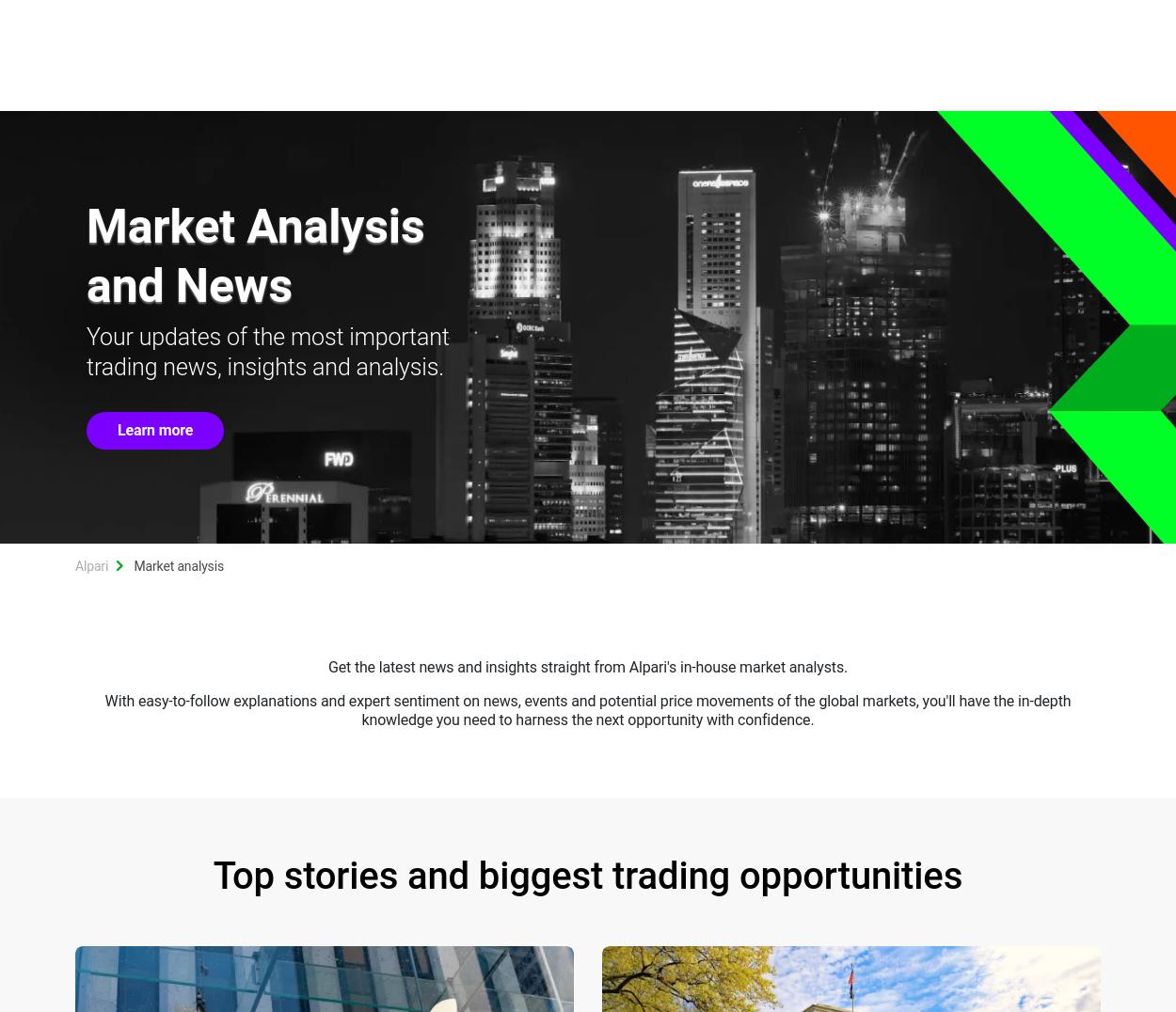  Describe the element at coordinates (1058, 19) in the screenshot. I see `'LOGIN'` at that location.